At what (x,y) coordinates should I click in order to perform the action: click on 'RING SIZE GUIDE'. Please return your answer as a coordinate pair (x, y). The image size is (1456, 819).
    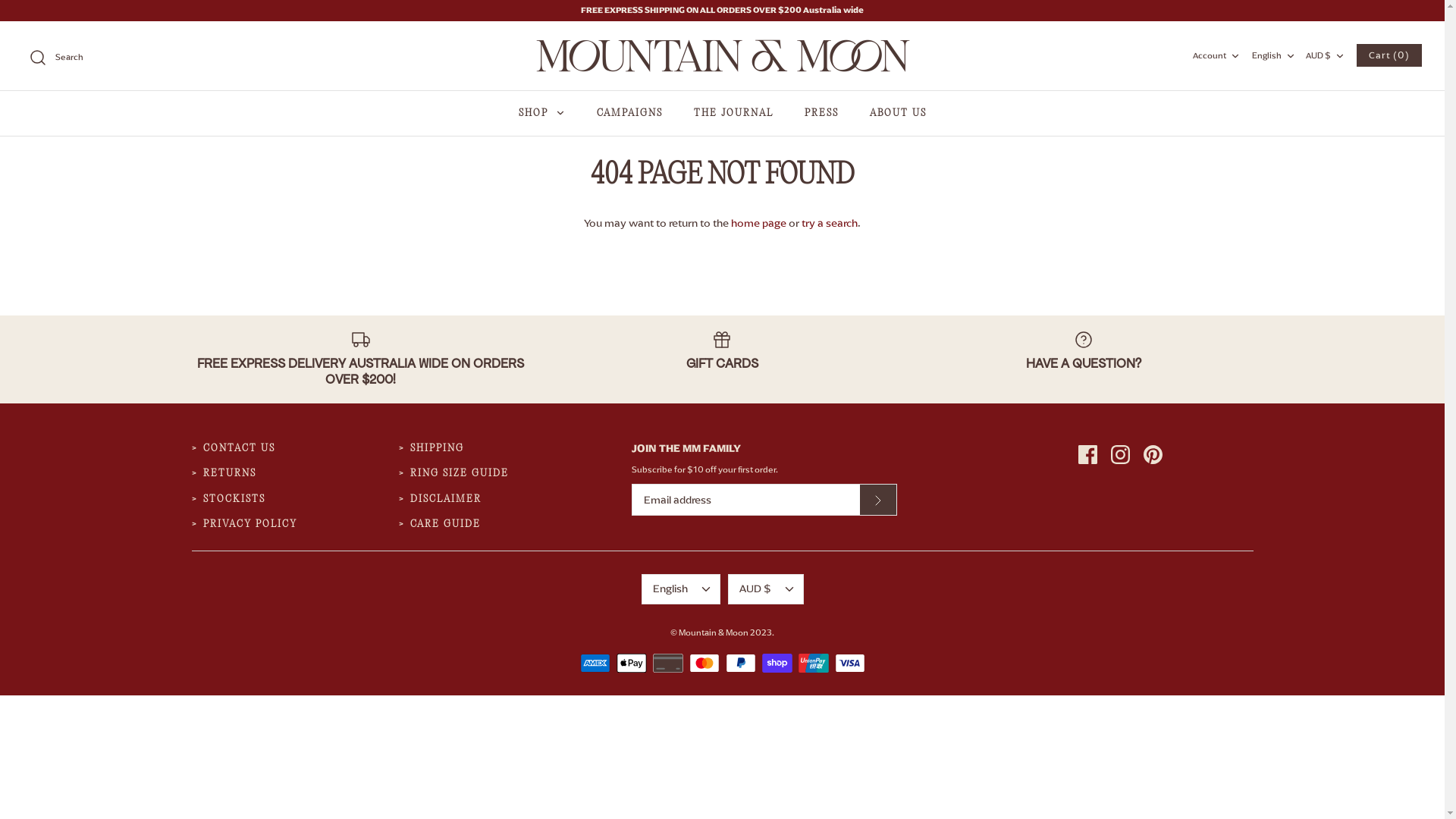
    Looking at the image, I should click on (410, 472).